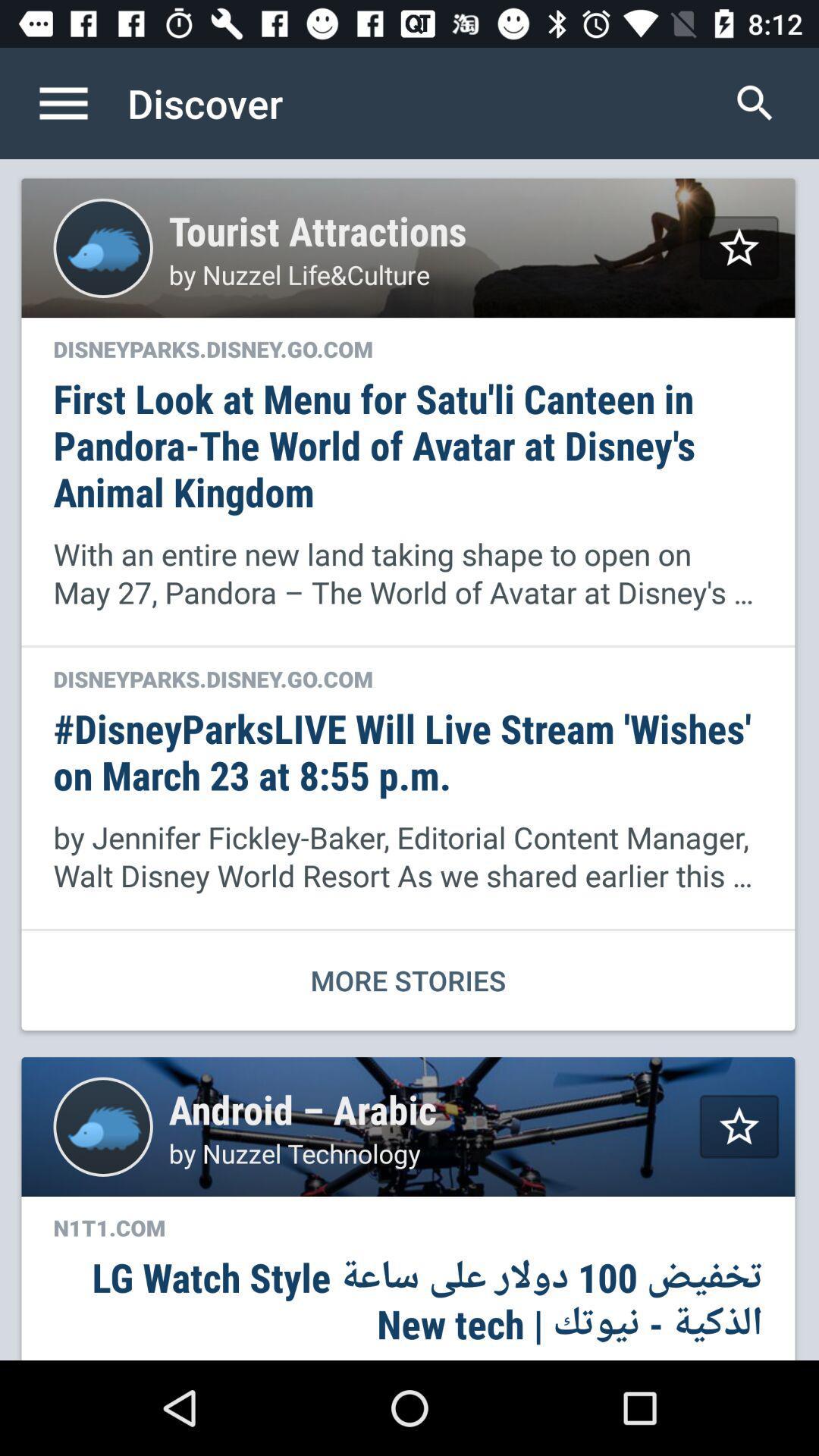  I want to click on the item to the left of discover, so click(79, 102).